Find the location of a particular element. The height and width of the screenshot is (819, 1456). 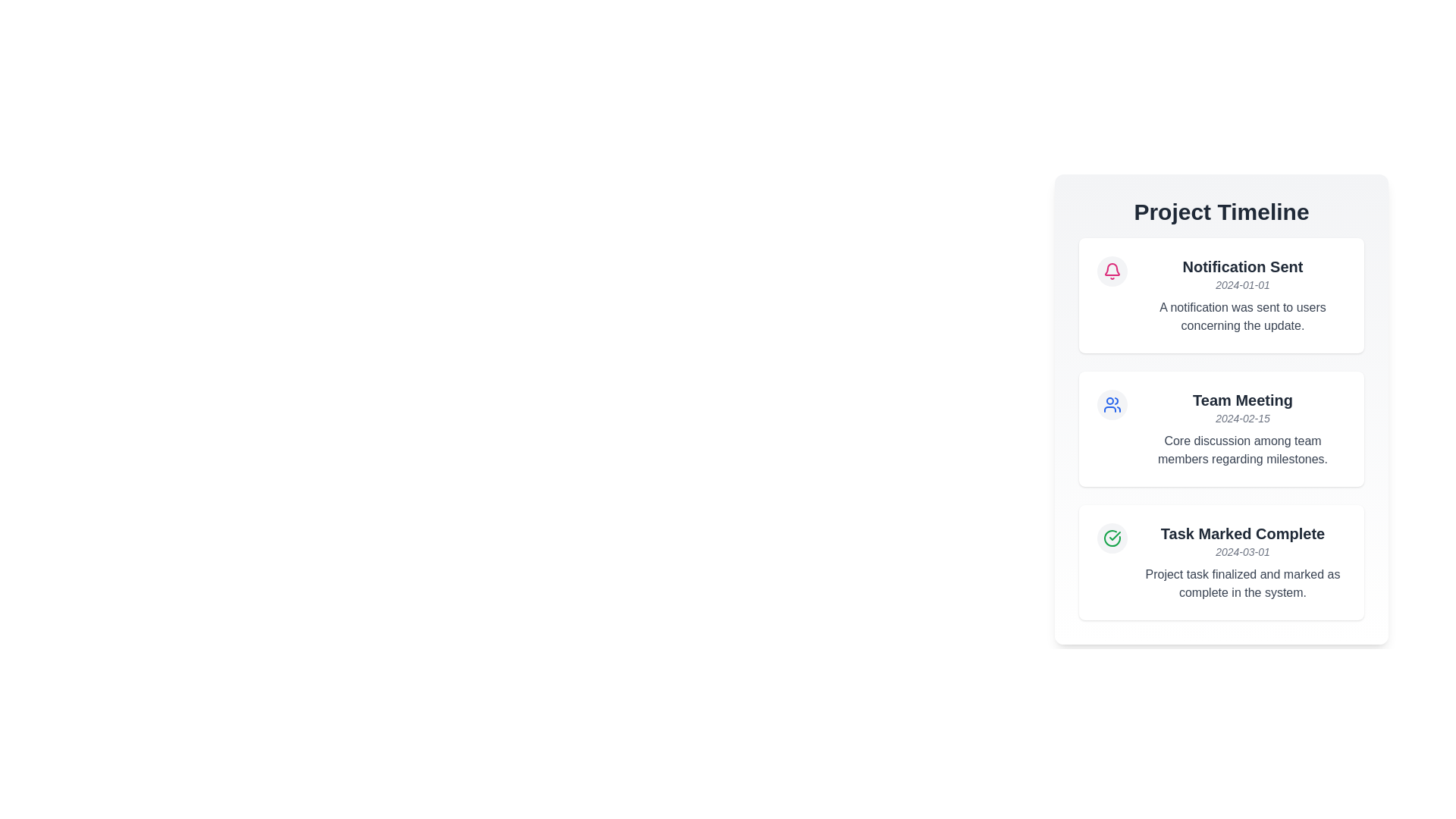

the small circular notification icon with a light gray background and a pink bell symbol, located to the left of the title 'Notification Sent' is located at coordinates (1112, 271).